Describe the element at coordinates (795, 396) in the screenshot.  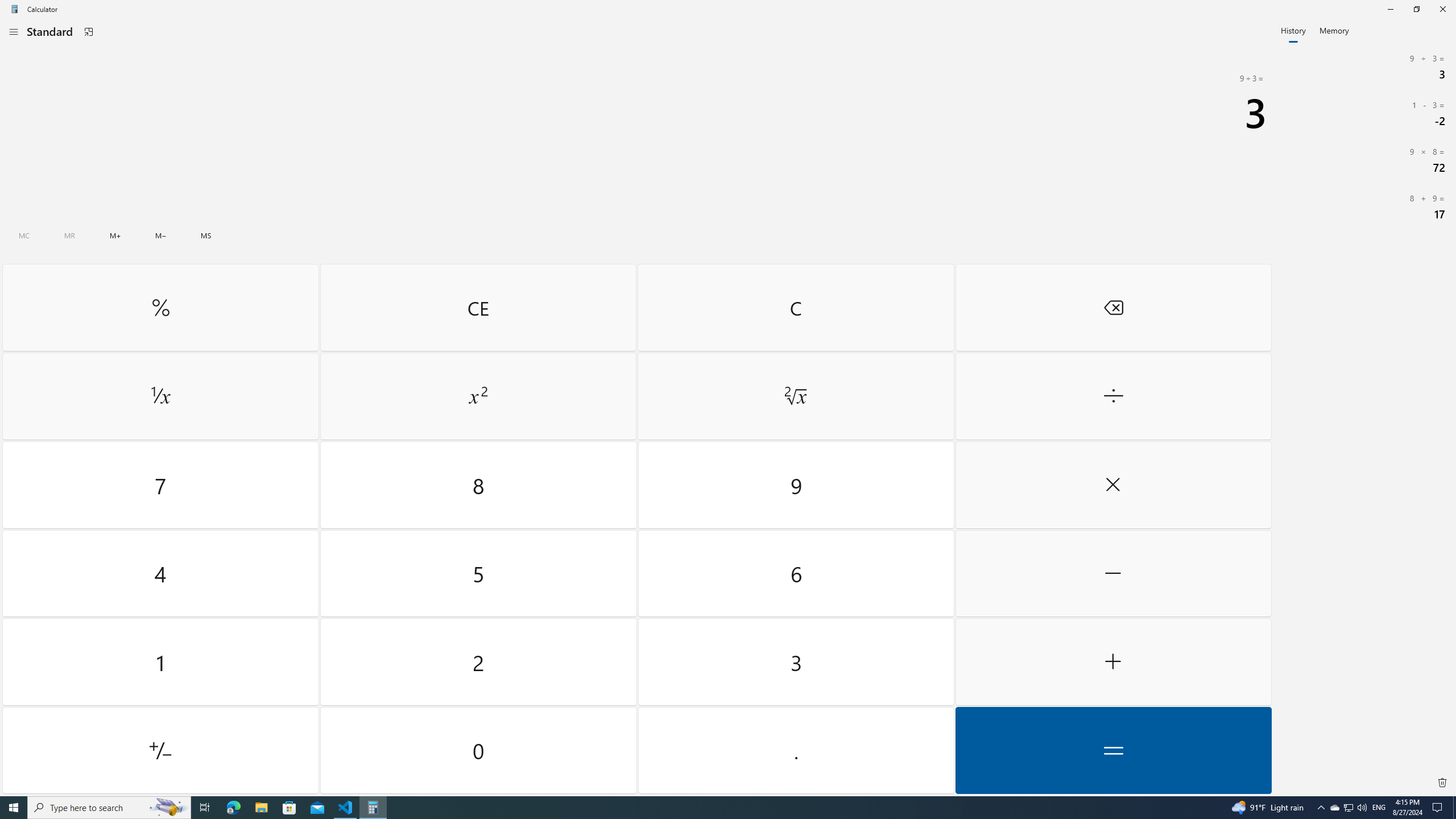
I see `'Square root'` at that location.